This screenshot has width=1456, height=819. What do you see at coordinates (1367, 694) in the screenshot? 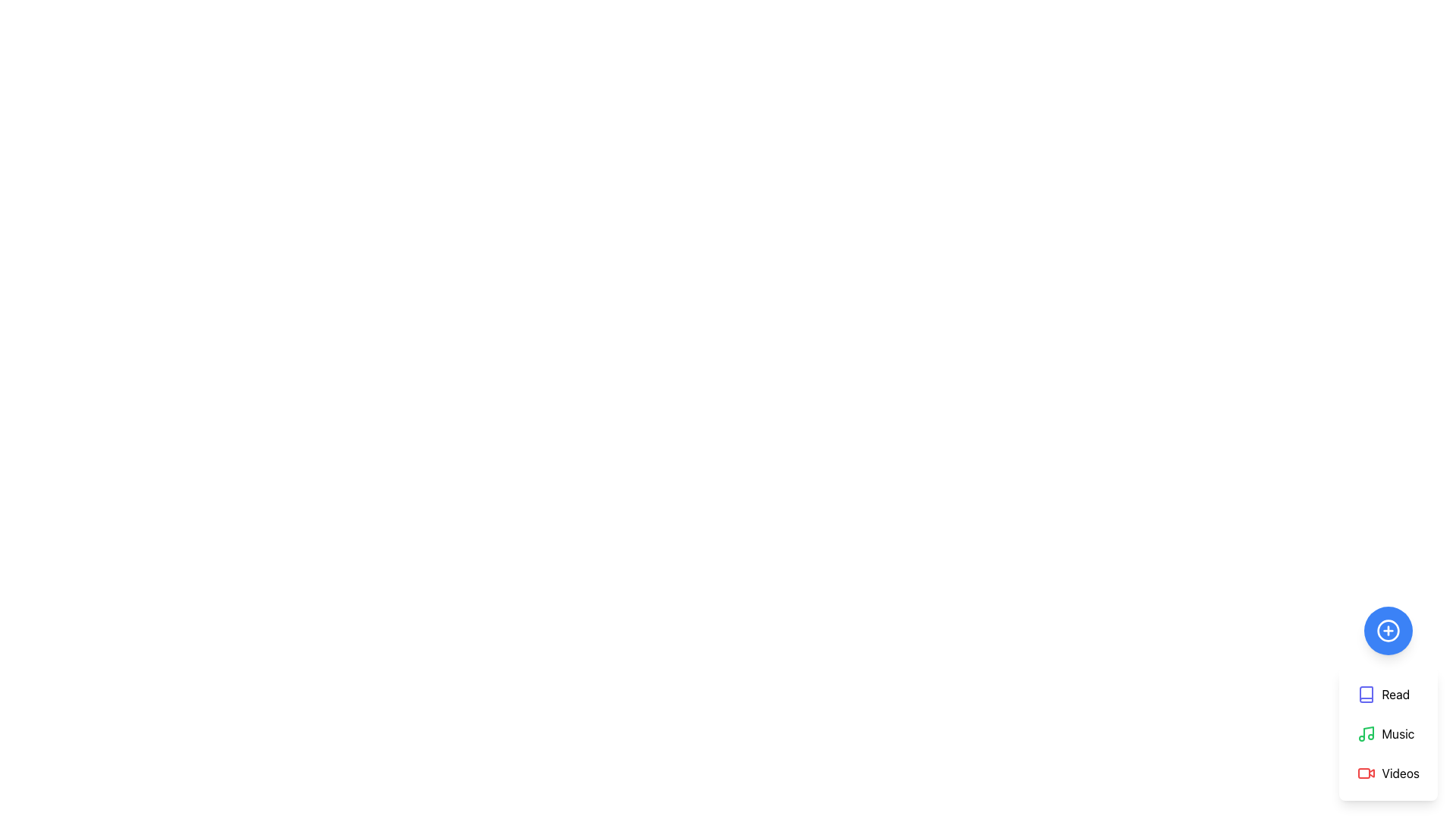
I see `the 'Read' icon located at the top of the vertical menu column, visually associated with the 'Read' text label` at bounding box center [1367, 694].